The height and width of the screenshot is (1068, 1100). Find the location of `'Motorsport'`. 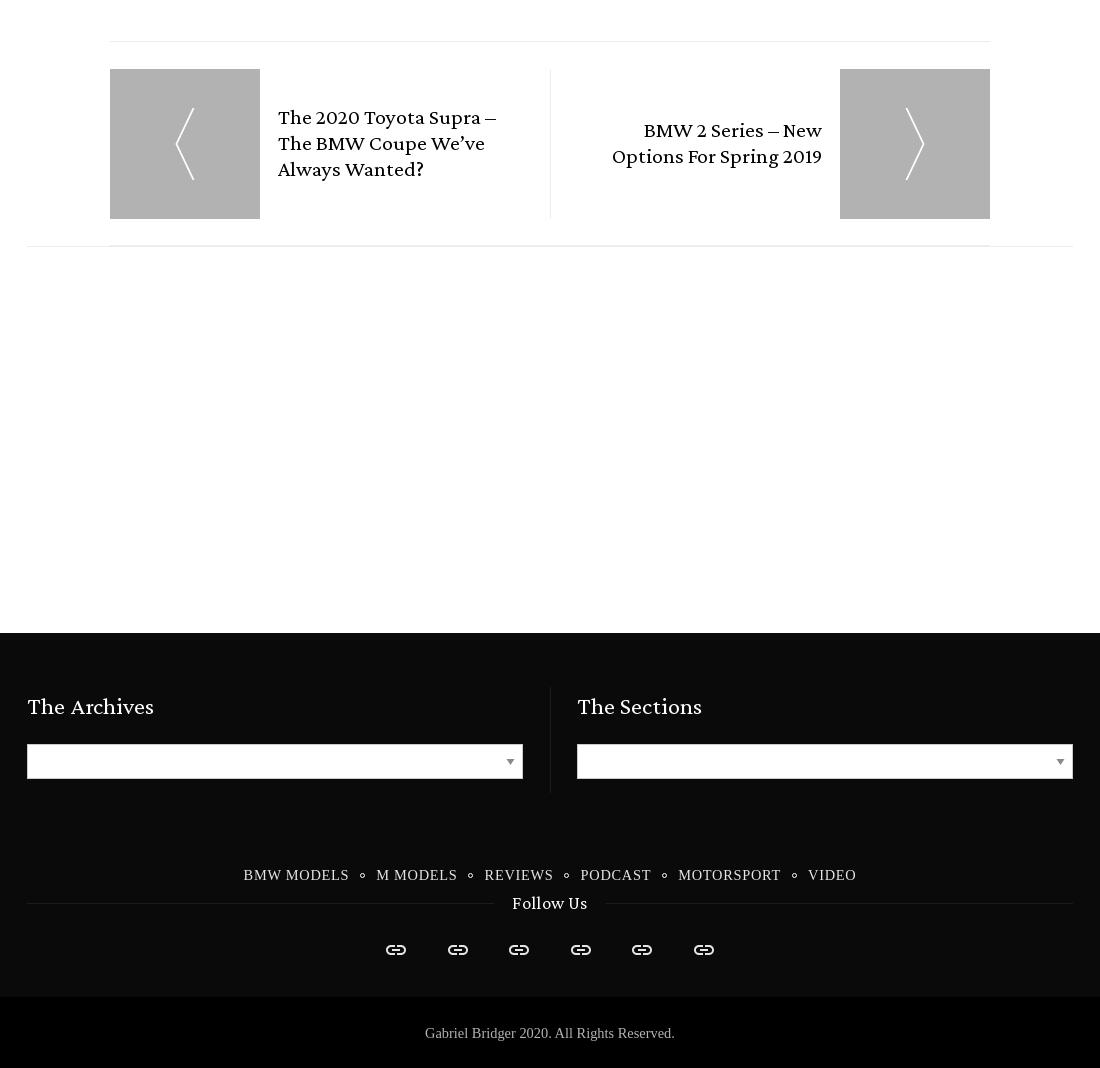

'Motorsport' is located at coordinates (728, 877).